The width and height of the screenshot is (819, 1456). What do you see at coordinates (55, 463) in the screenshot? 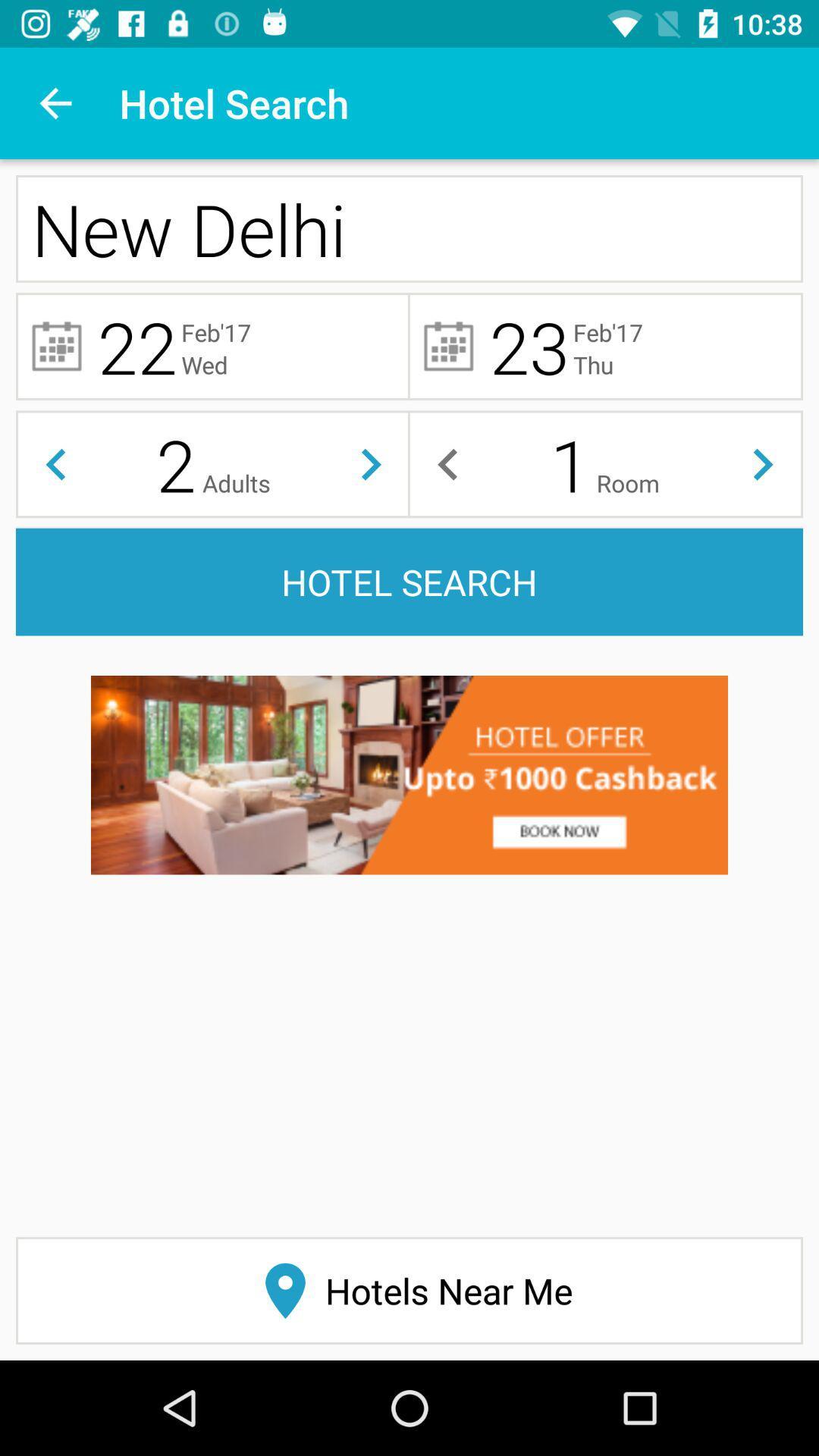
I see `the arrow_backward icon` at bounding box center [55, 463].